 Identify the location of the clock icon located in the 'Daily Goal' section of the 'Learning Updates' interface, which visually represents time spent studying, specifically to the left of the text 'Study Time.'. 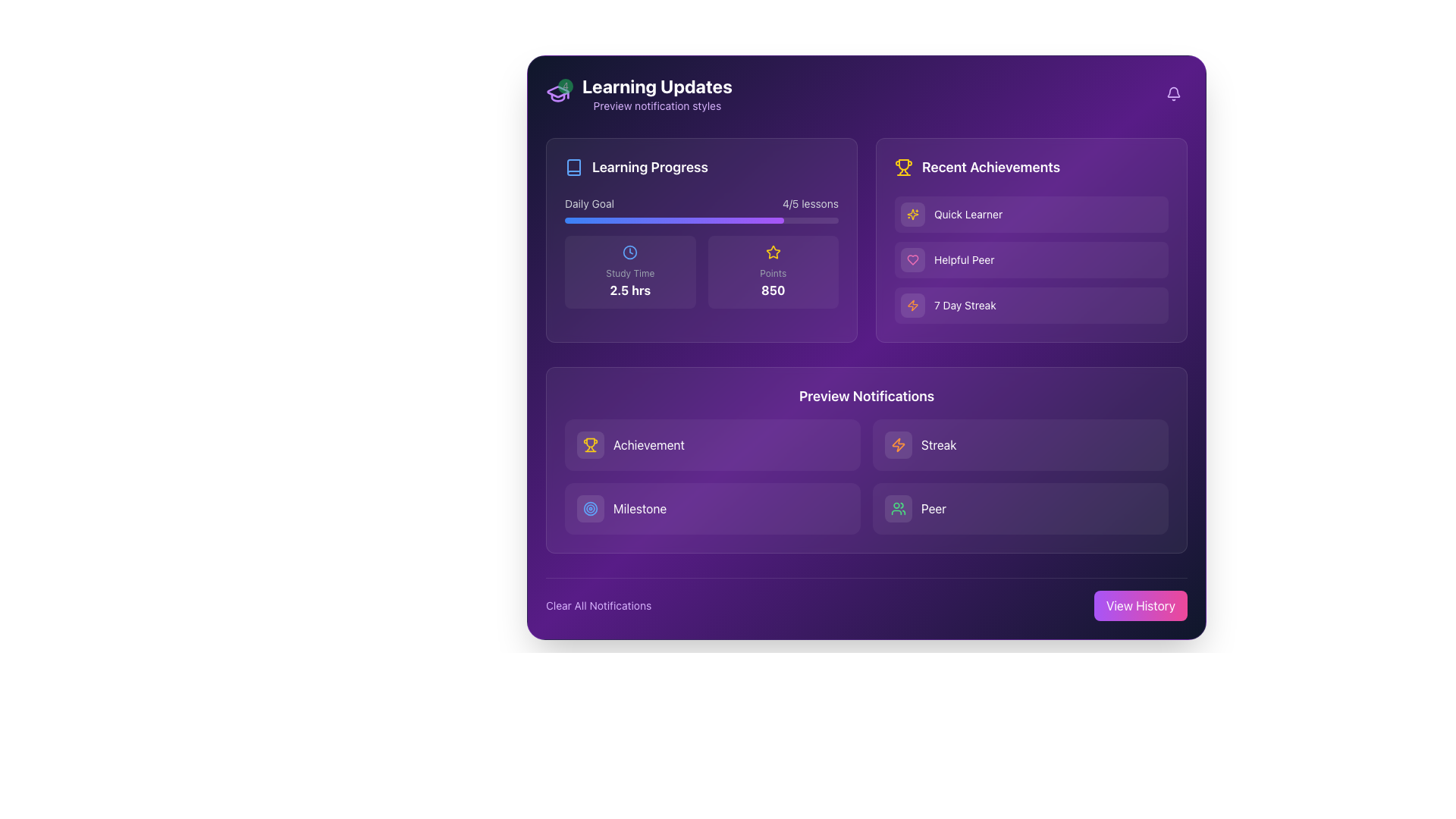
(630, 251).